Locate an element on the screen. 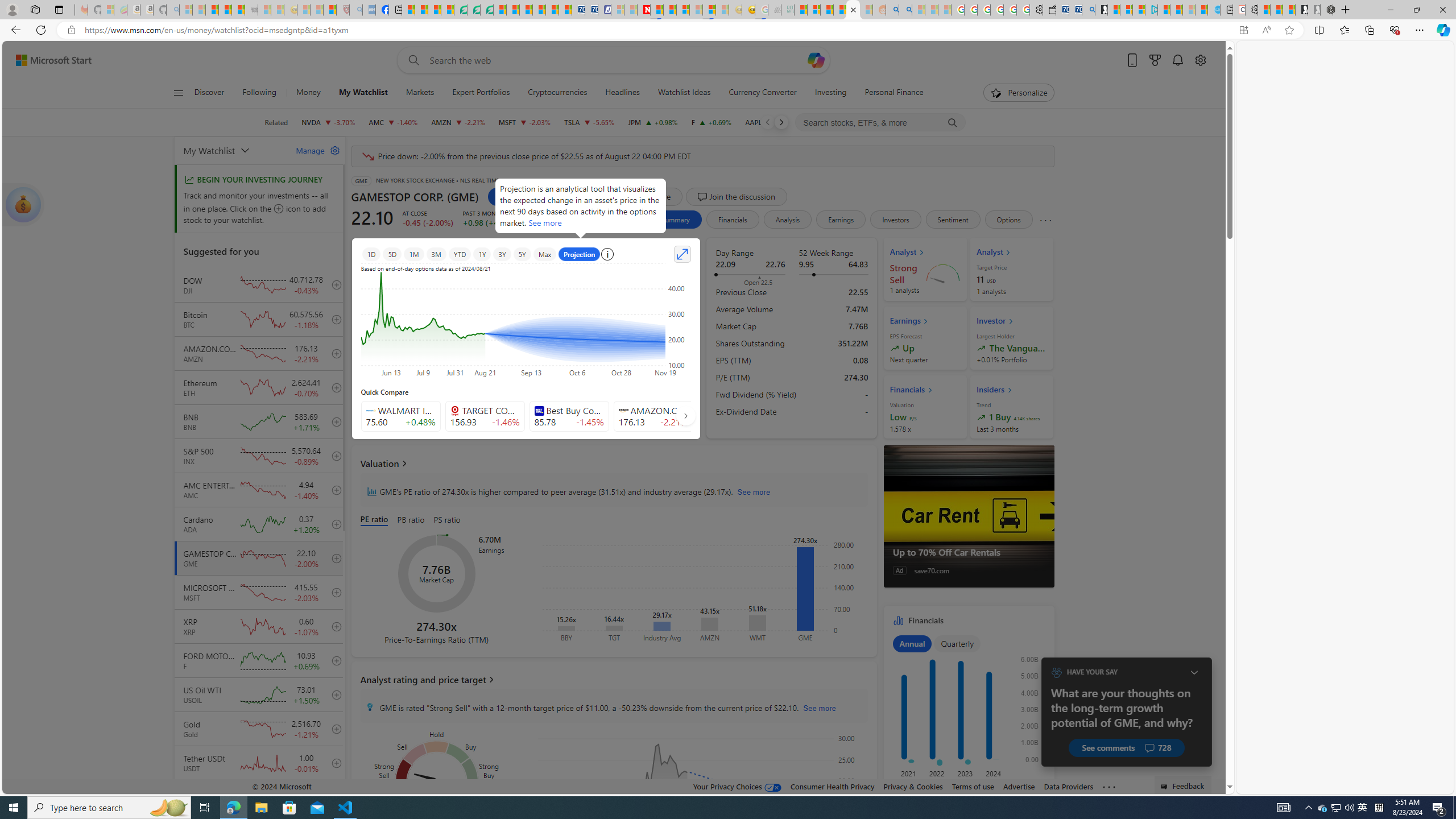  'Play Free Online Games | Games from Microsoft Start' is located at coordinates (1301, 9).